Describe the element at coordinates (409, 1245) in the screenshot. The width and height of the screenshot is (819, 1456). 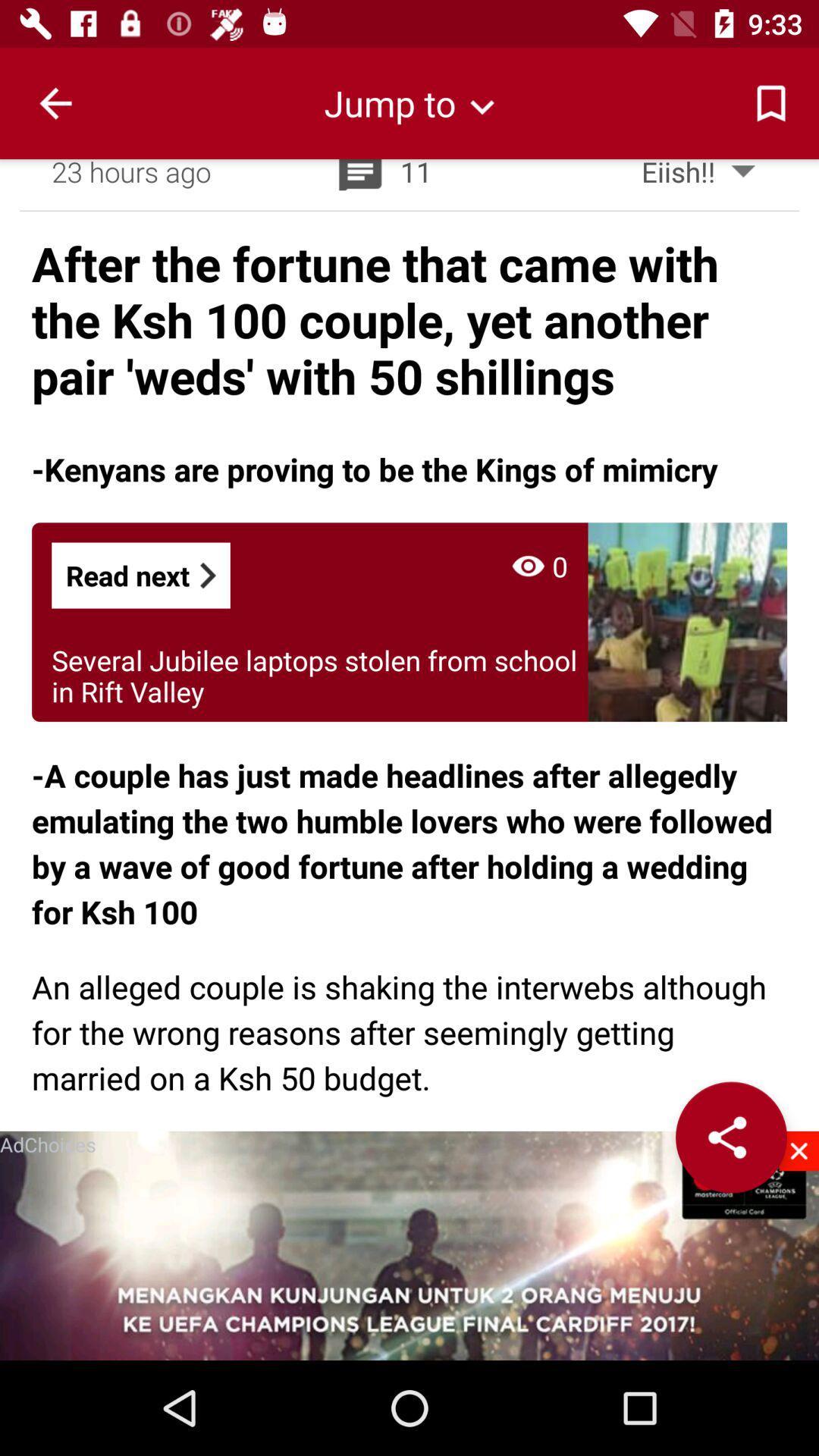
I see `a video` at that location.